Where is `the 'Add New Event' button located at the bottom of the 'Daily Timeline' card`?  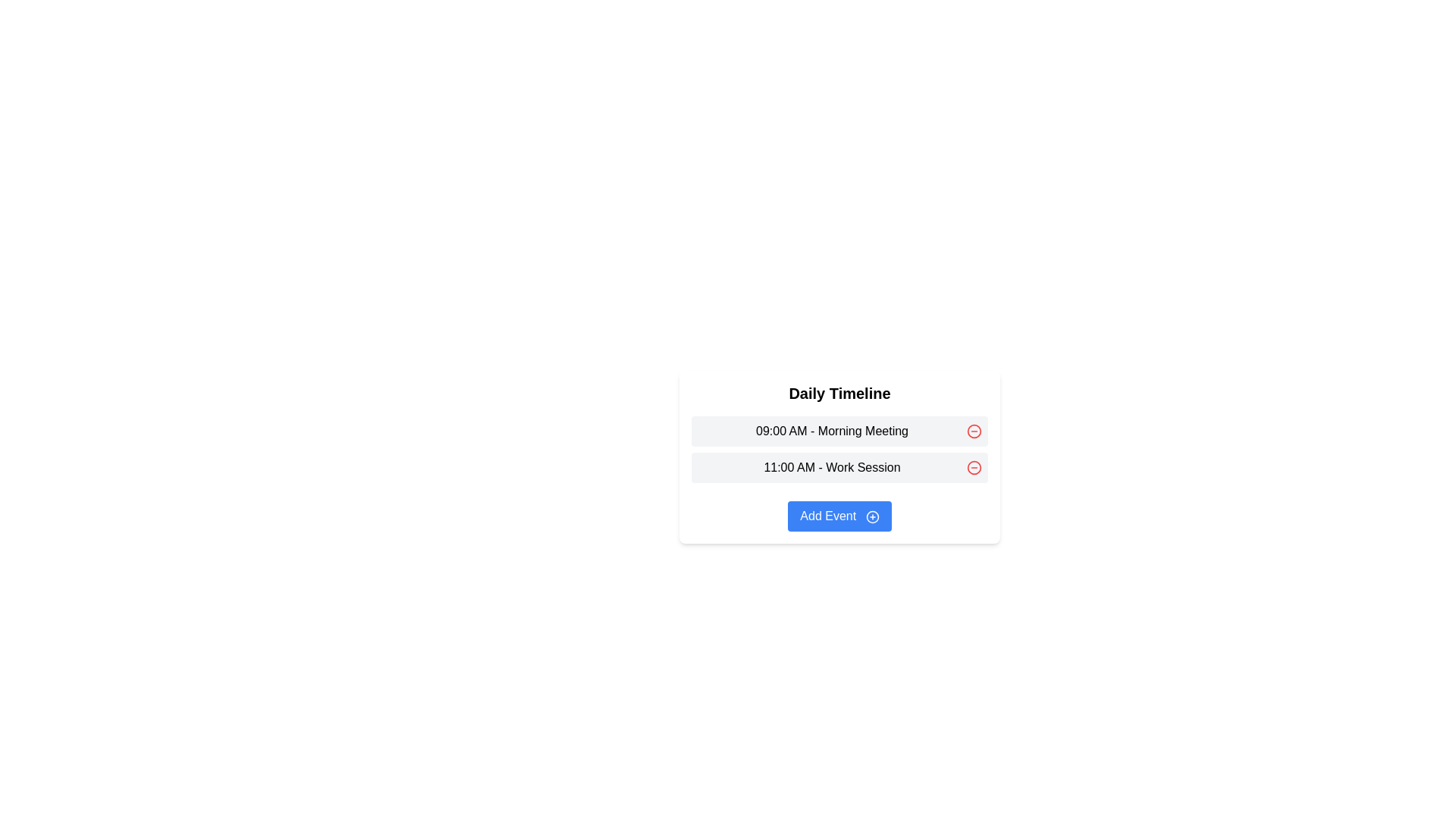 the 'Add New Event' button located at the bottom of the 'Daily Timeline' card is located at coordinates (839, 516).